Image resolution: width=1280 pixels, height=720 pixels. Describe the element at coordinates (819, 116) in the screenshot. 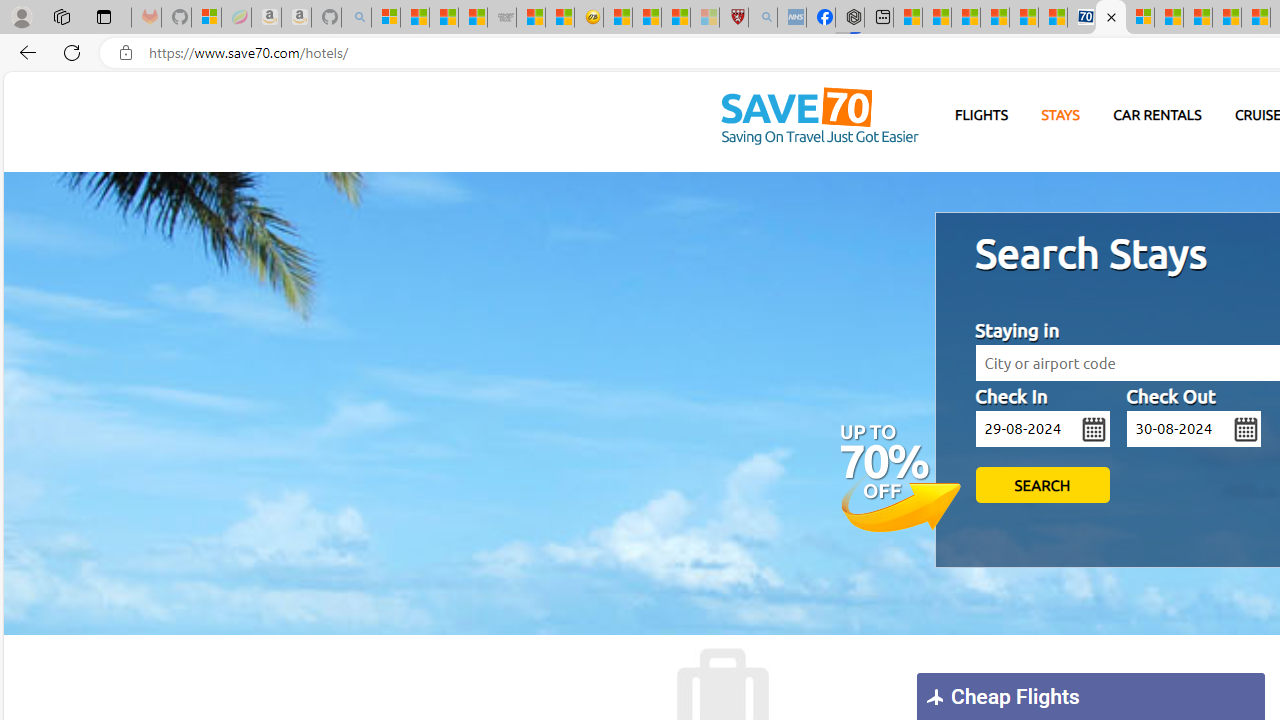

I see `'Homepage'` at that location.